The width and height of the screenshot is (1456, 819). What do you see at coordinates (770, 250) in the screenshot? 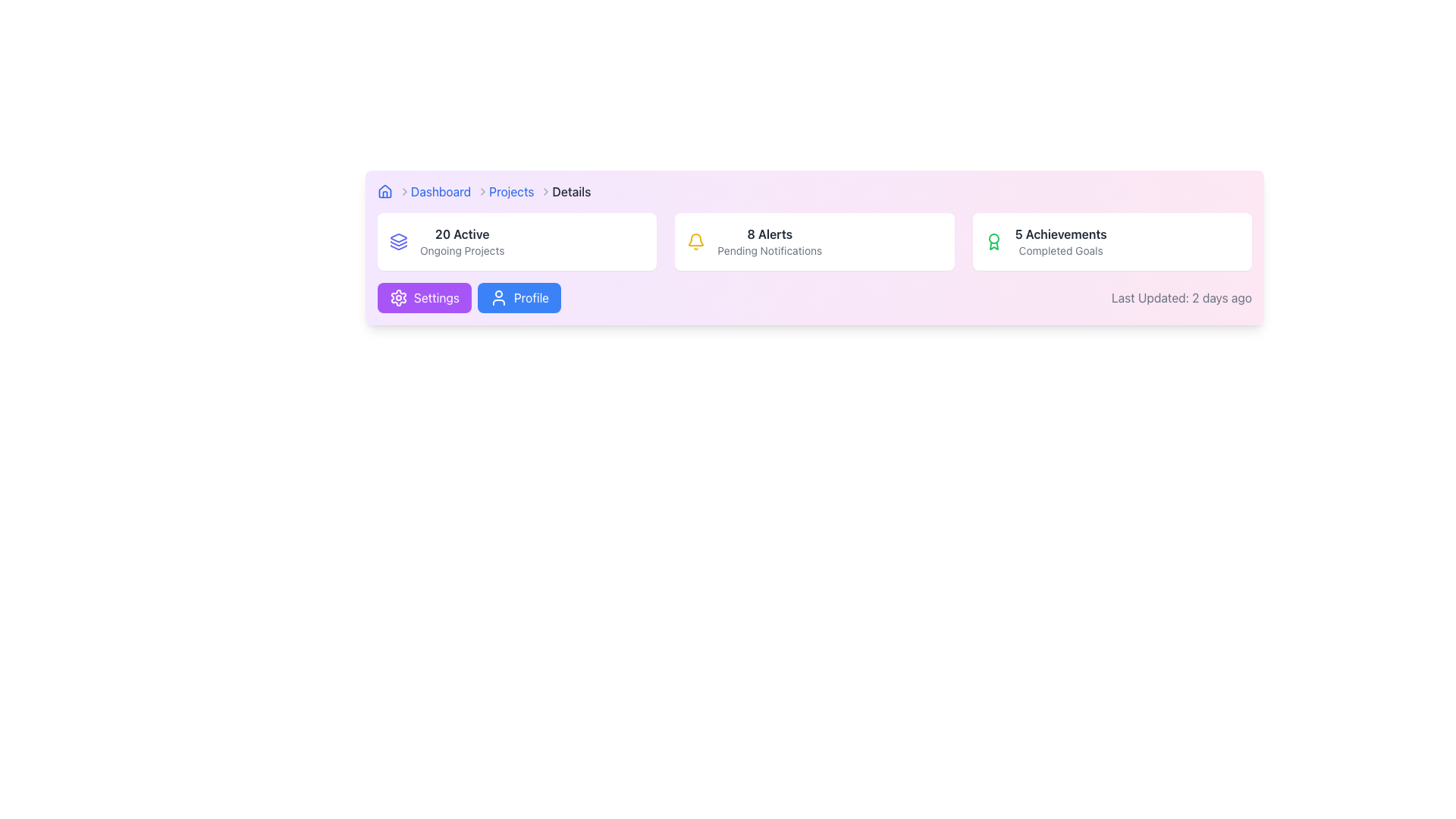
I see `the non-interactive descriptive text label indicating that alerts are currently pending, located beneath the '8 Alerts' element` at bounding box center [770, 250].